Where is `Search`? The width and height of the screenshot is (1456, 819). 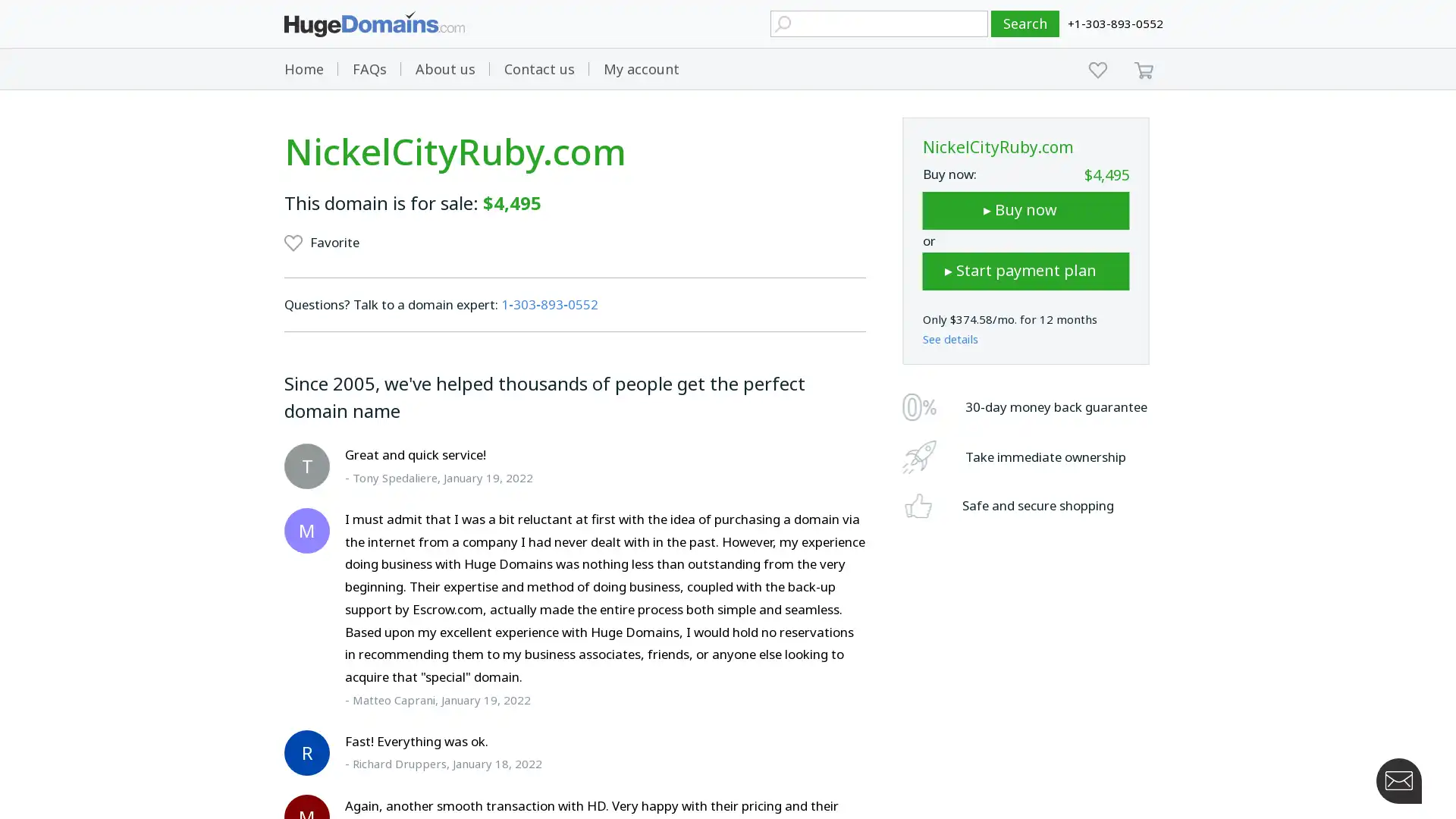
Search is located at coordinates (1025, 24).